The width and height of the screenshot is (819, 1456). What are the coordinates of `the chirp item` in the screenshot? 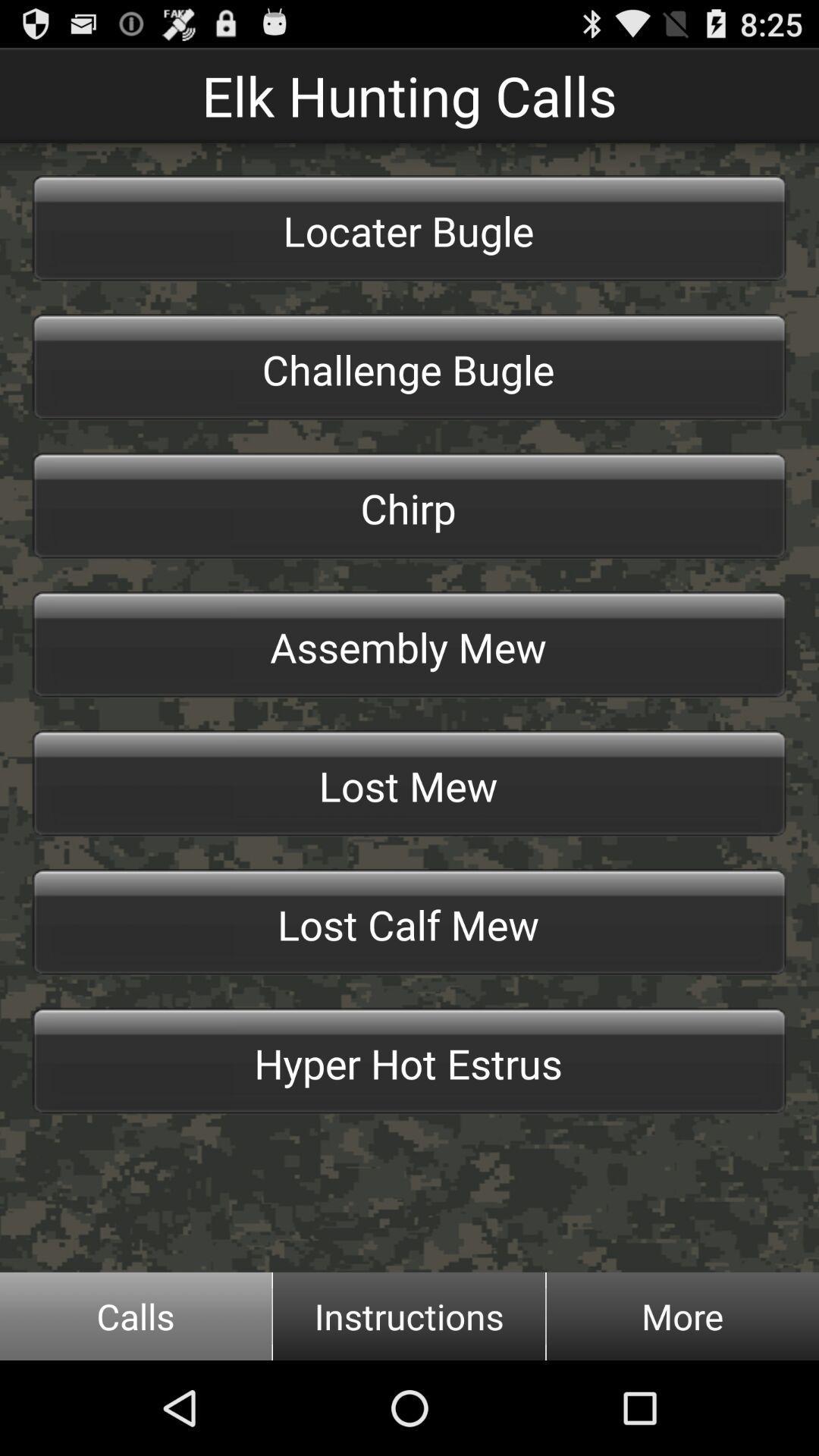 It's located at (409, 506).